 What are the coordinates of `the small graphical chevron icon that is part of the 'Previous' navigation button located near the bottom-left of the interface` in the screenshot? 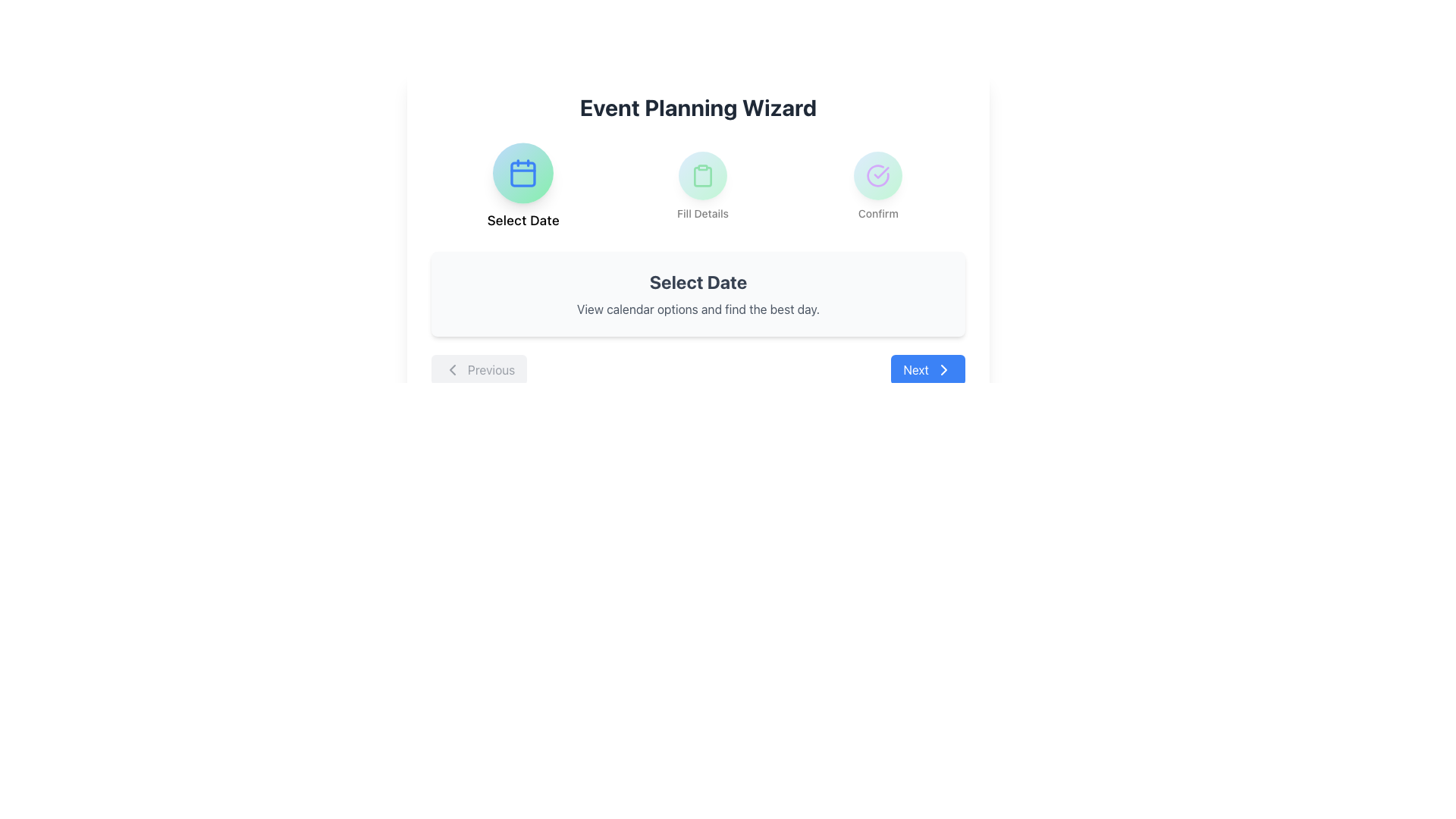 It's located at (451, 370).